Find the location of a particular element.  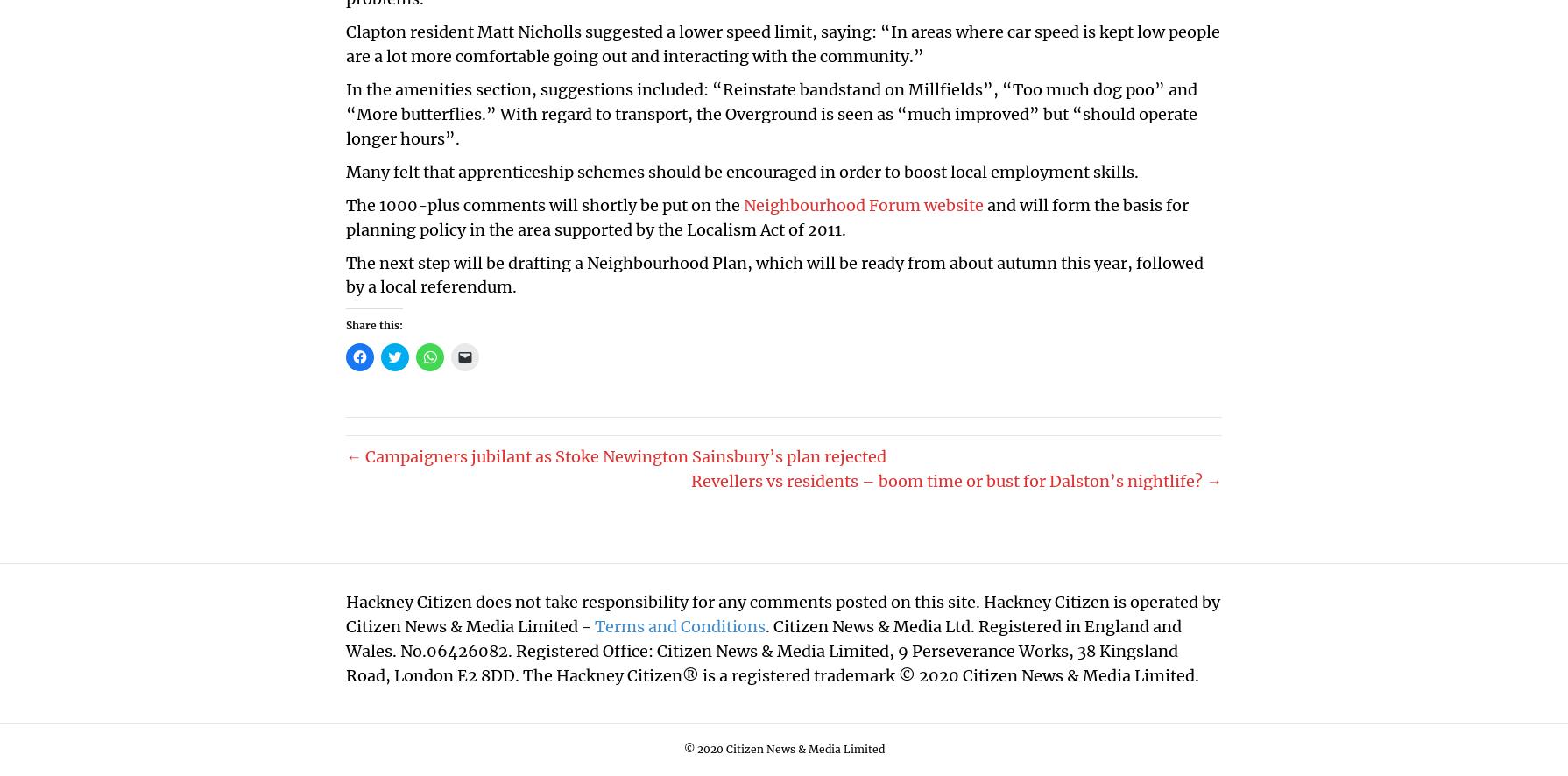

'. Citizen News & Media Ltd. Registered in England and Wales. No.06426082. Registered Office: Citizen News & Media Limited, 9 Perseverance Works, 38 Kingsland Road, London E2 8DD. The Hackney Citizen® is a registered trademark © 2020 Citizen News & Media Limited.' is located at coordinates (771, 651).